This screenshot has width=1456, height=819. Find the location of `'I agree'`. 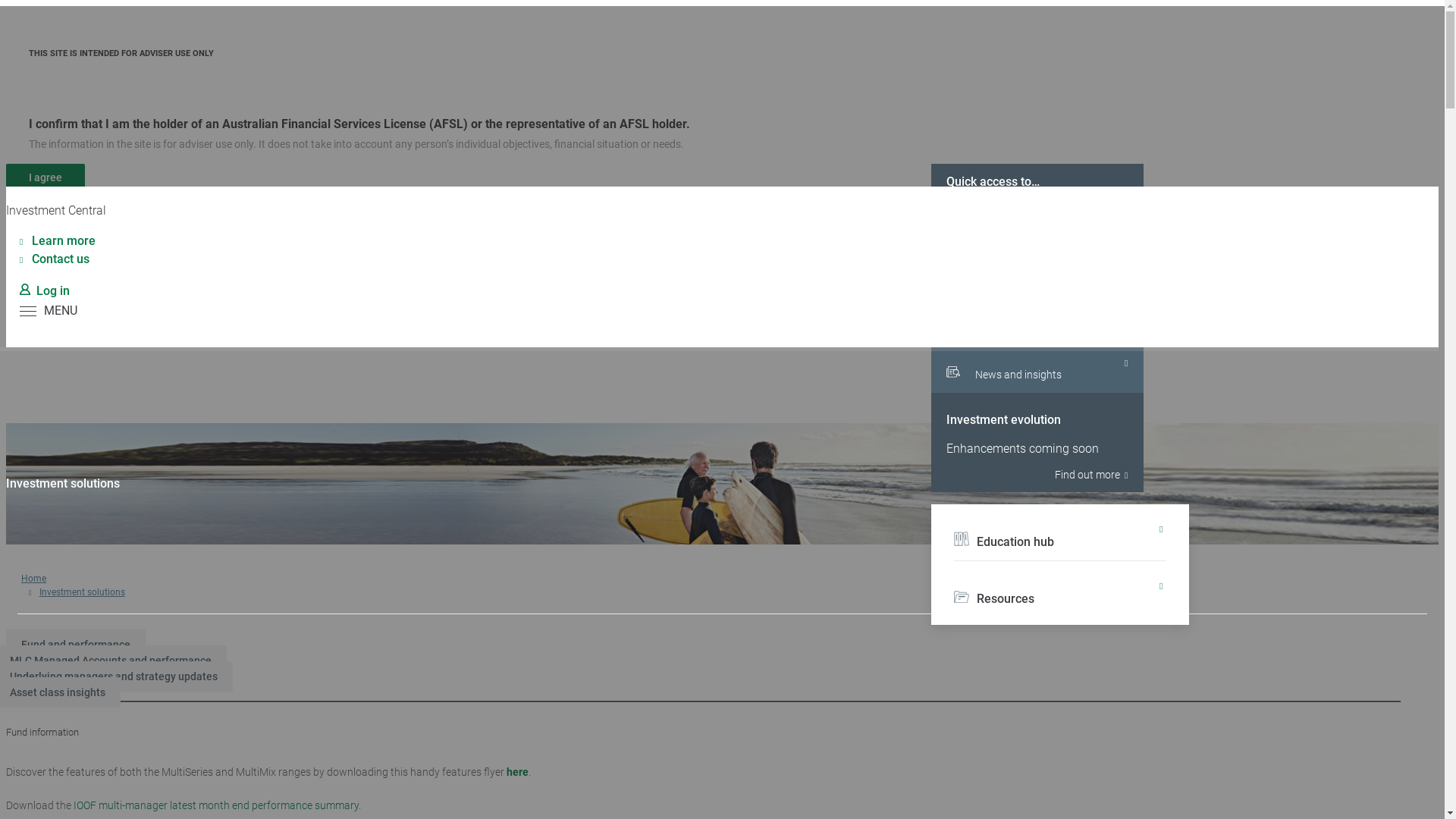

'I agree' is located at coordinates (45, 177).